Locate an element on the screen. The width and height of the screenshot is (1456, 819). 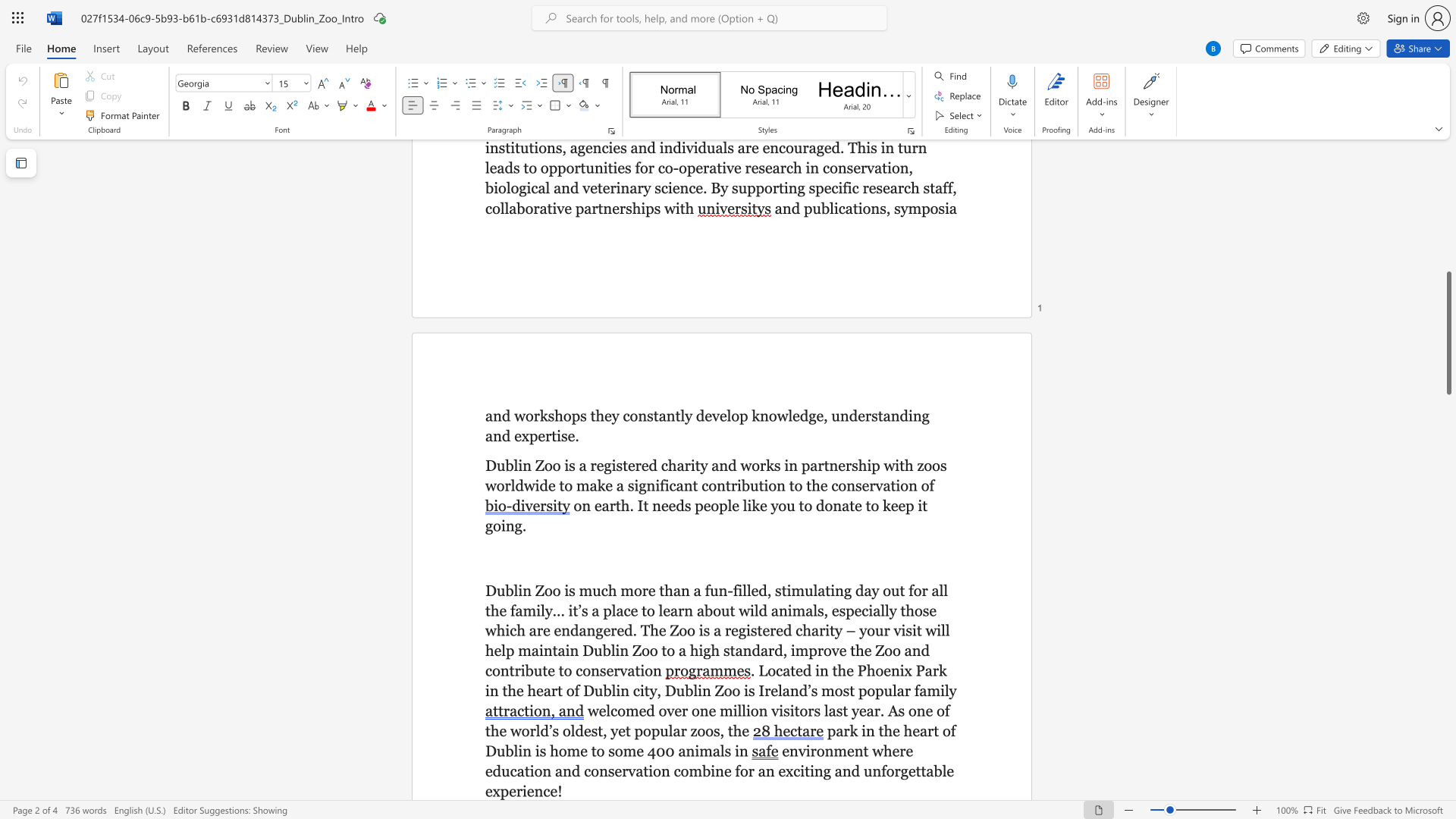
the 5th character "r" in the text is located at coordinates (897, 770).